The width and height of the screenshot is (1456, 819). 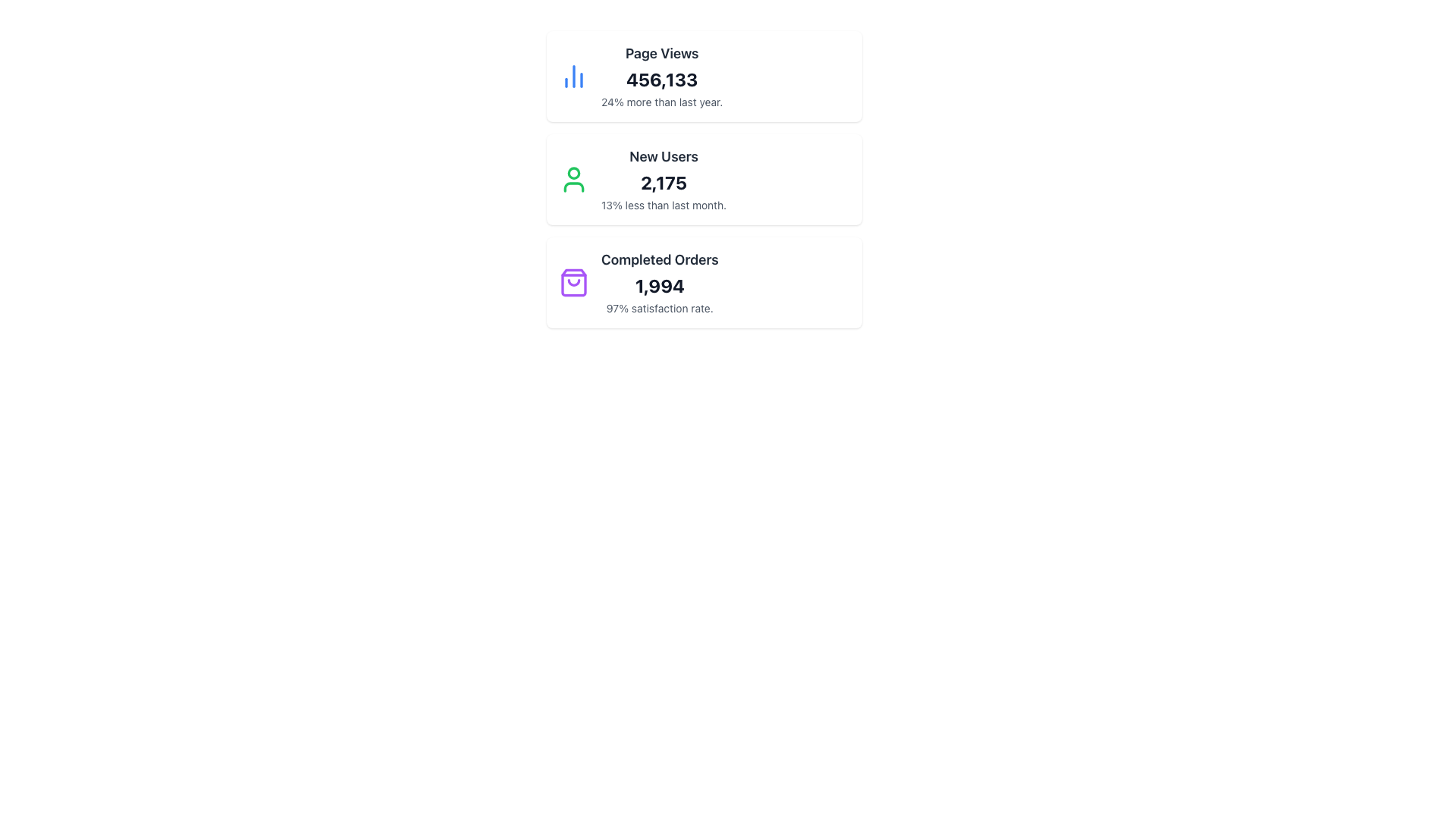 What do you see at coordinates (664, 205) in the screenshot?
I see `the text label that provides a contextual explanation for the 'New Users' metric, located at the bottom of the metric card displaying '2,175'` at bounding box center [664, 205].